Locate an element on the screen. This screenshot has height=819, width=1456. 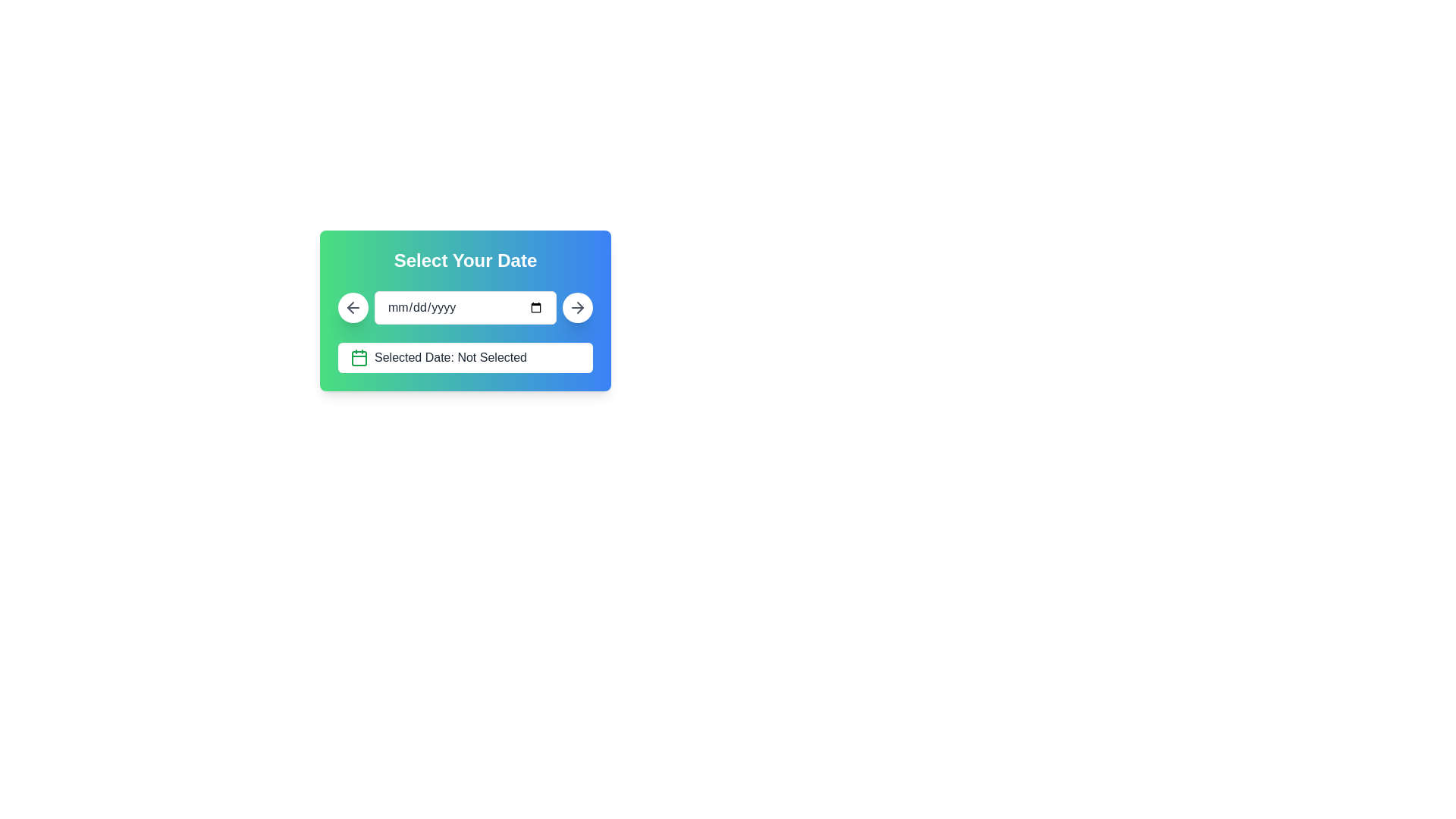
the calendar icon located to the left of the text 'Selected Date: Not Selected' for date selection or viewing is located at coordinates (359, 357).